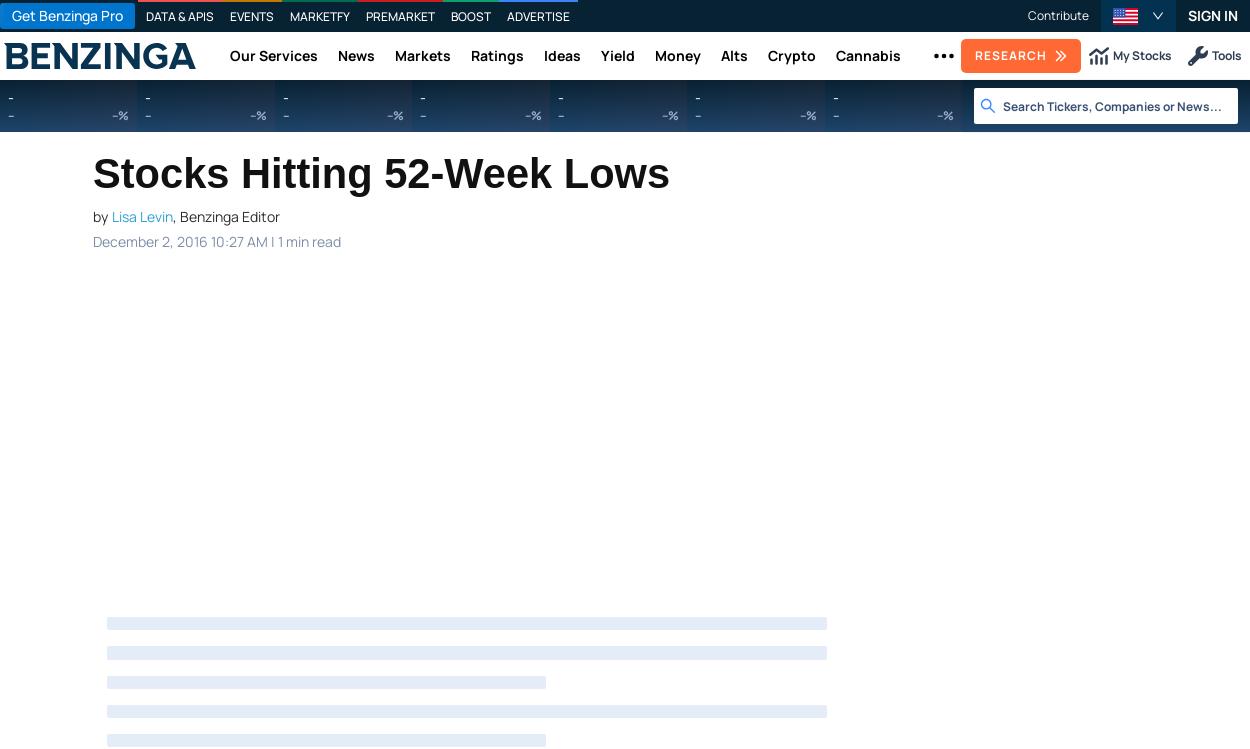 The width and height of the screenshot is (1250, 749). I want to click on 'Contribute', so click(1058, 15).